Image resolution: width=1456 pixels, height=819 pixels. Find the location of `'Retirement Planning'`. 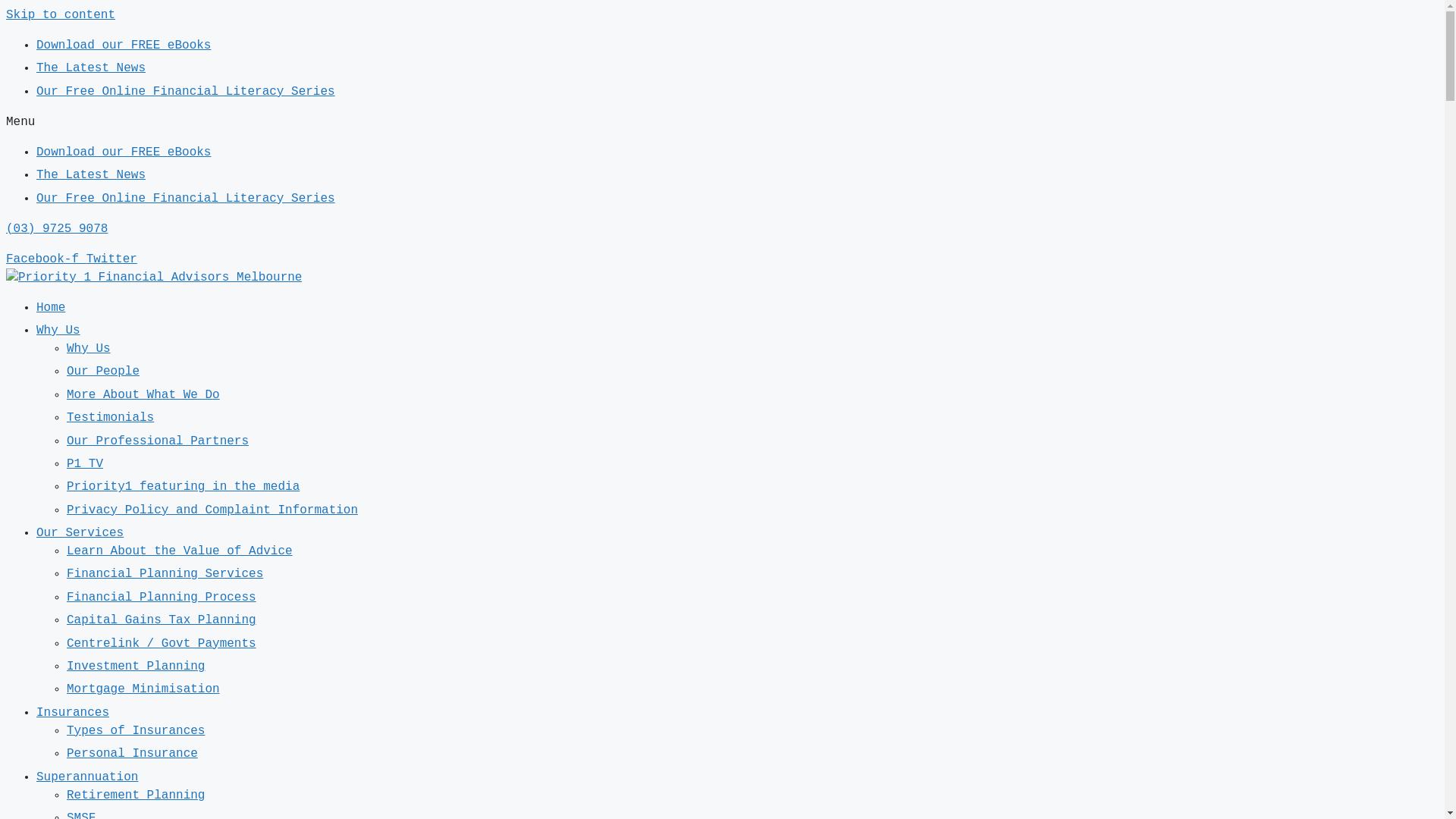

'Retirement Planning' is located at coordinates (135, 795).